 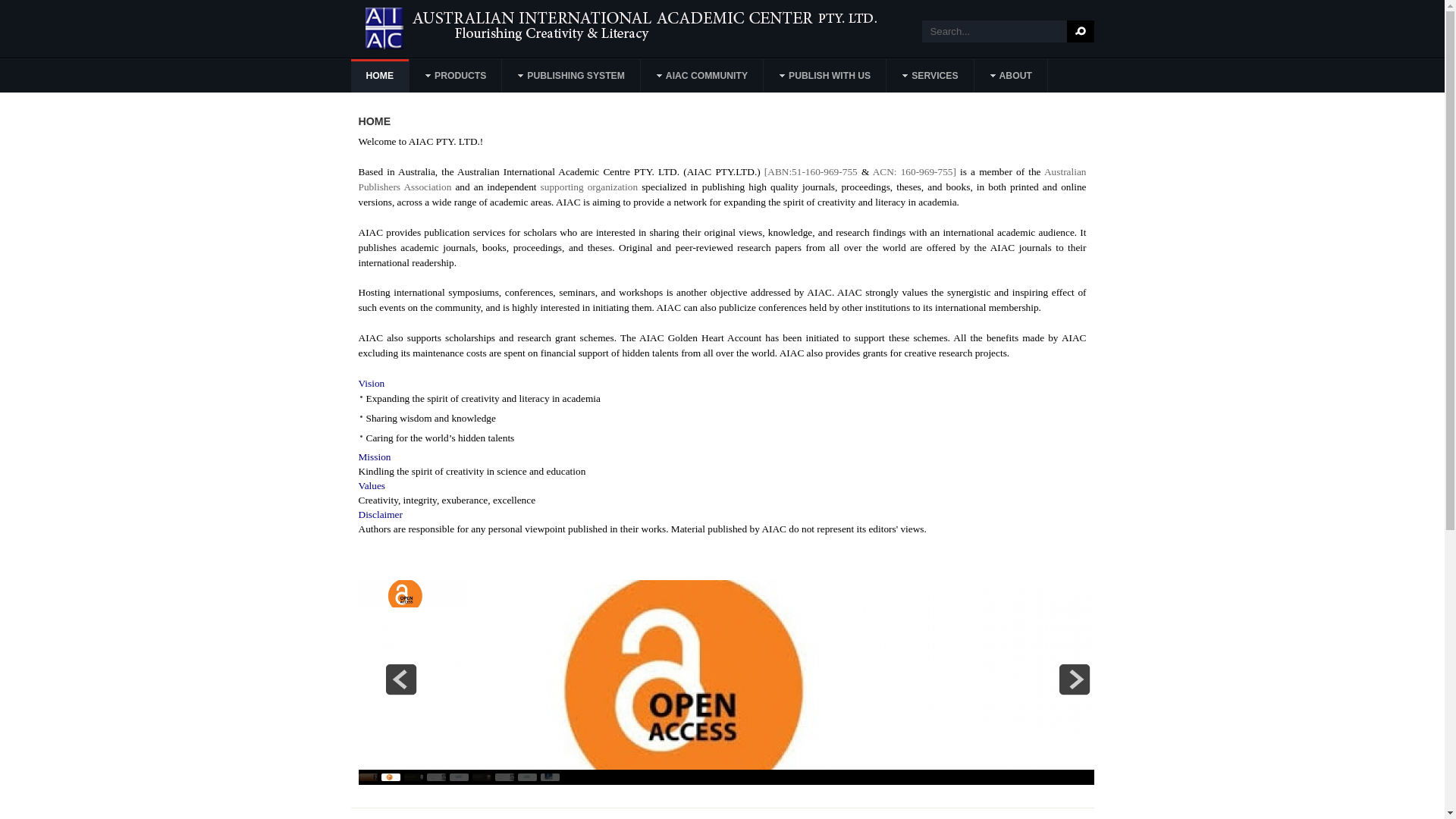 I want to click on 'ABOUT', so click(x=975, y=76).